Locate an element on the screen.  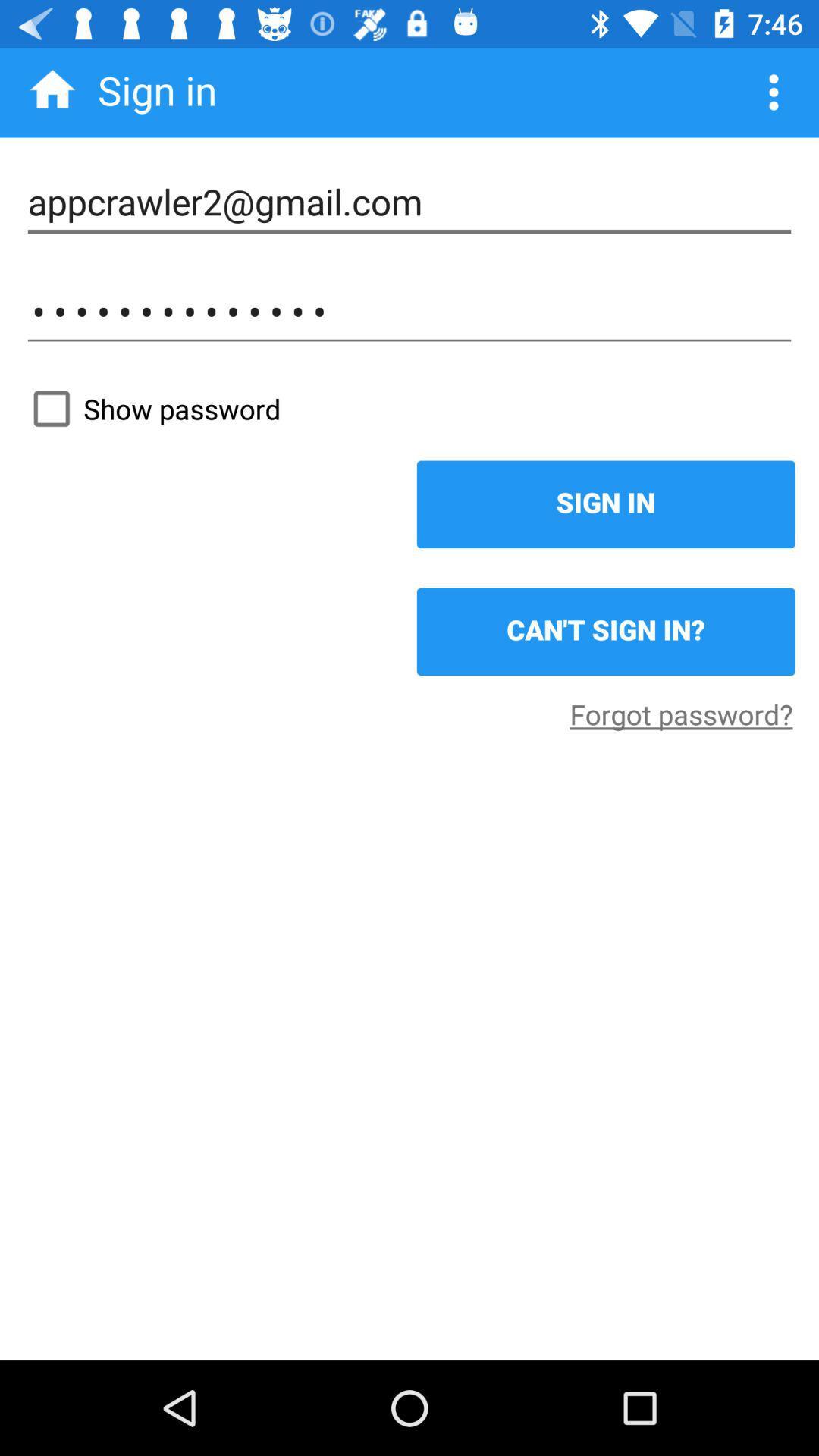
forgot password? icon is located at coordinates (680, 713).